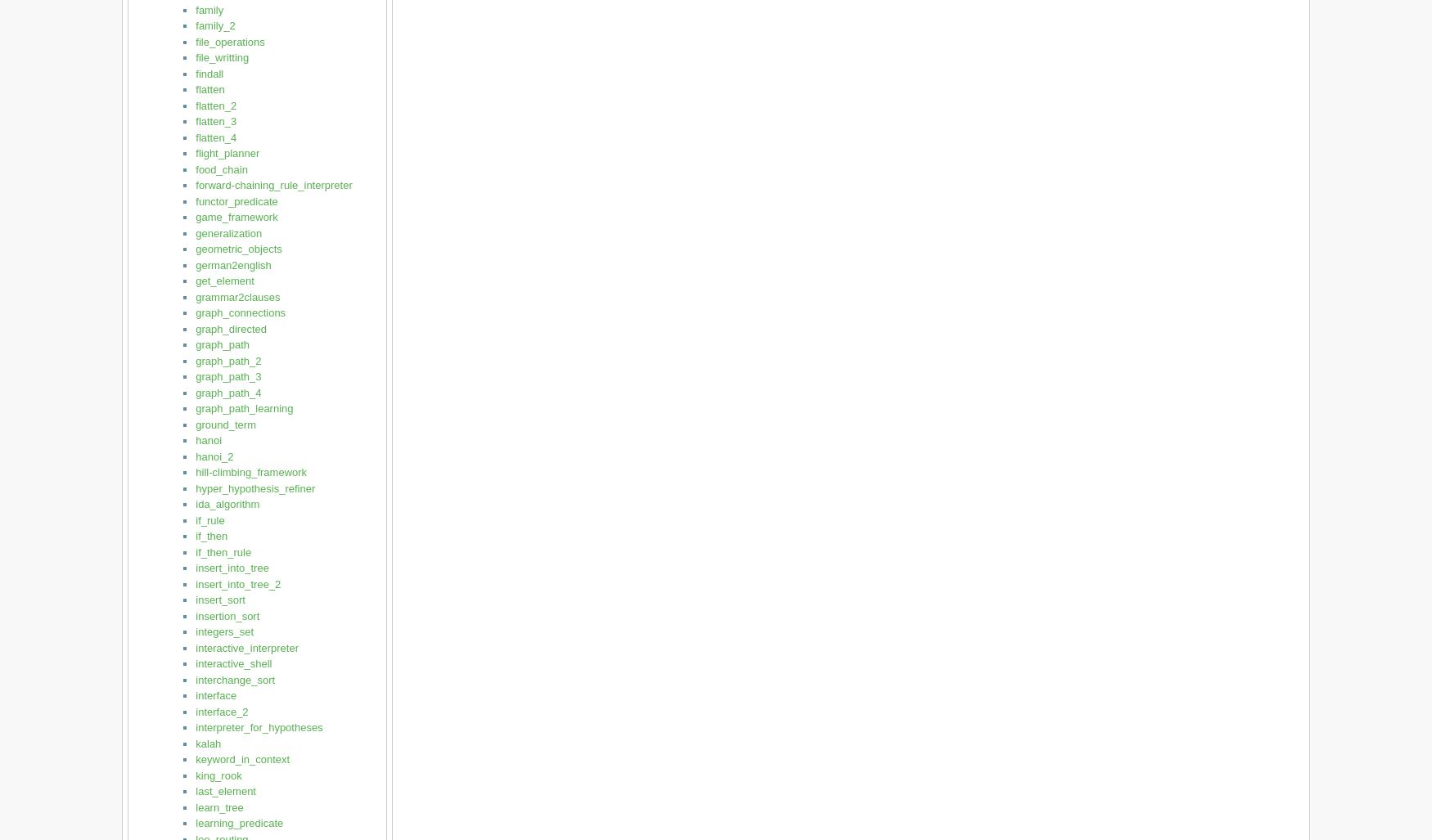 This screenshot has width=1432, height=840. Describe the element at coordinates (221, 56) in the screenshot. I see `'file_writting'` at that location.